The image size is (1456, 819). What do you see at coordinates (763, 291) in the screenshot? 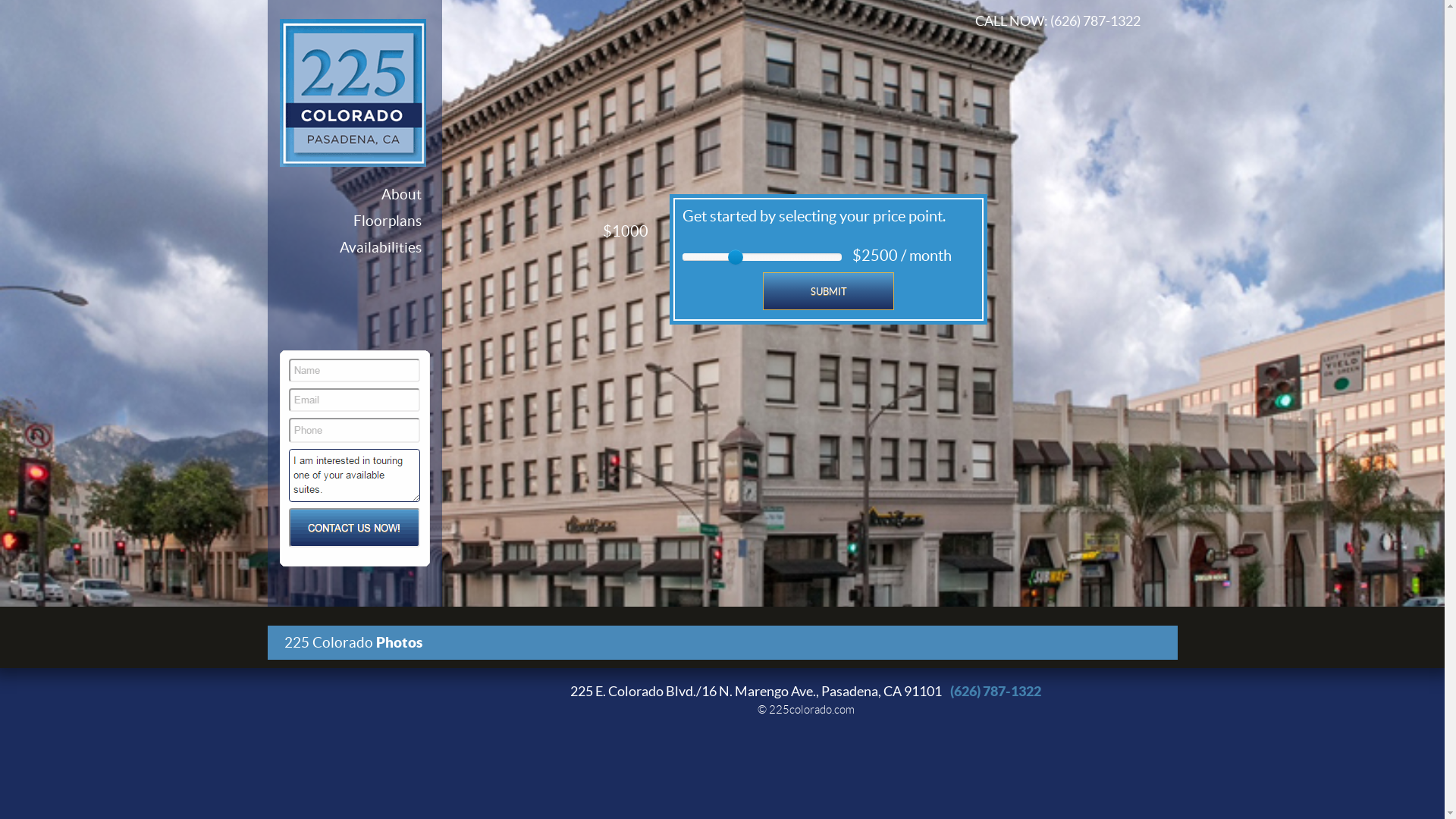
I see `'SUBMIT'` at bounding box center [763, 291].